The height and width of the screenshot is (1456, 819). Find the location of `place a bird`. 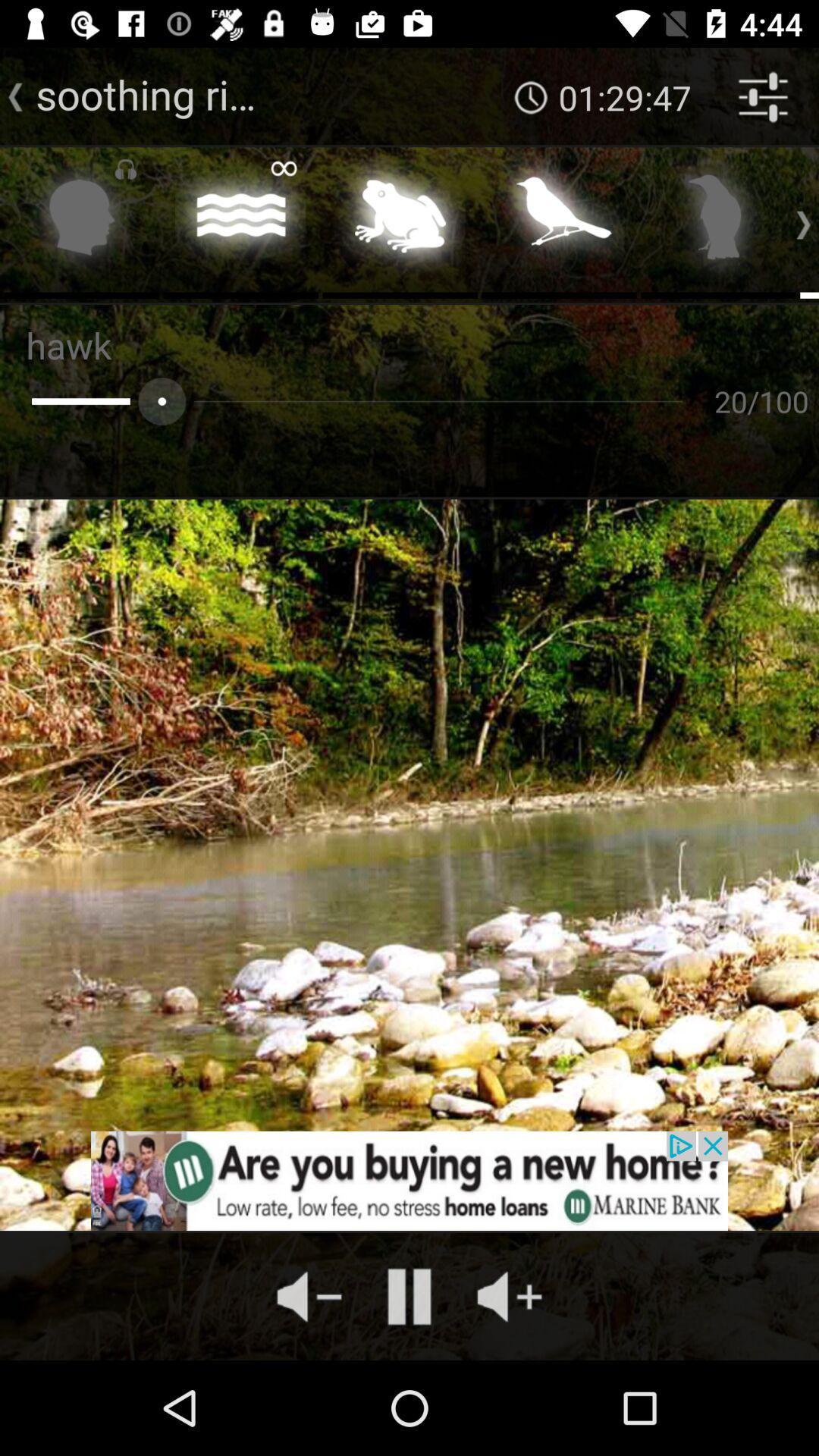

place a bird is located at coordinates (559, 221).